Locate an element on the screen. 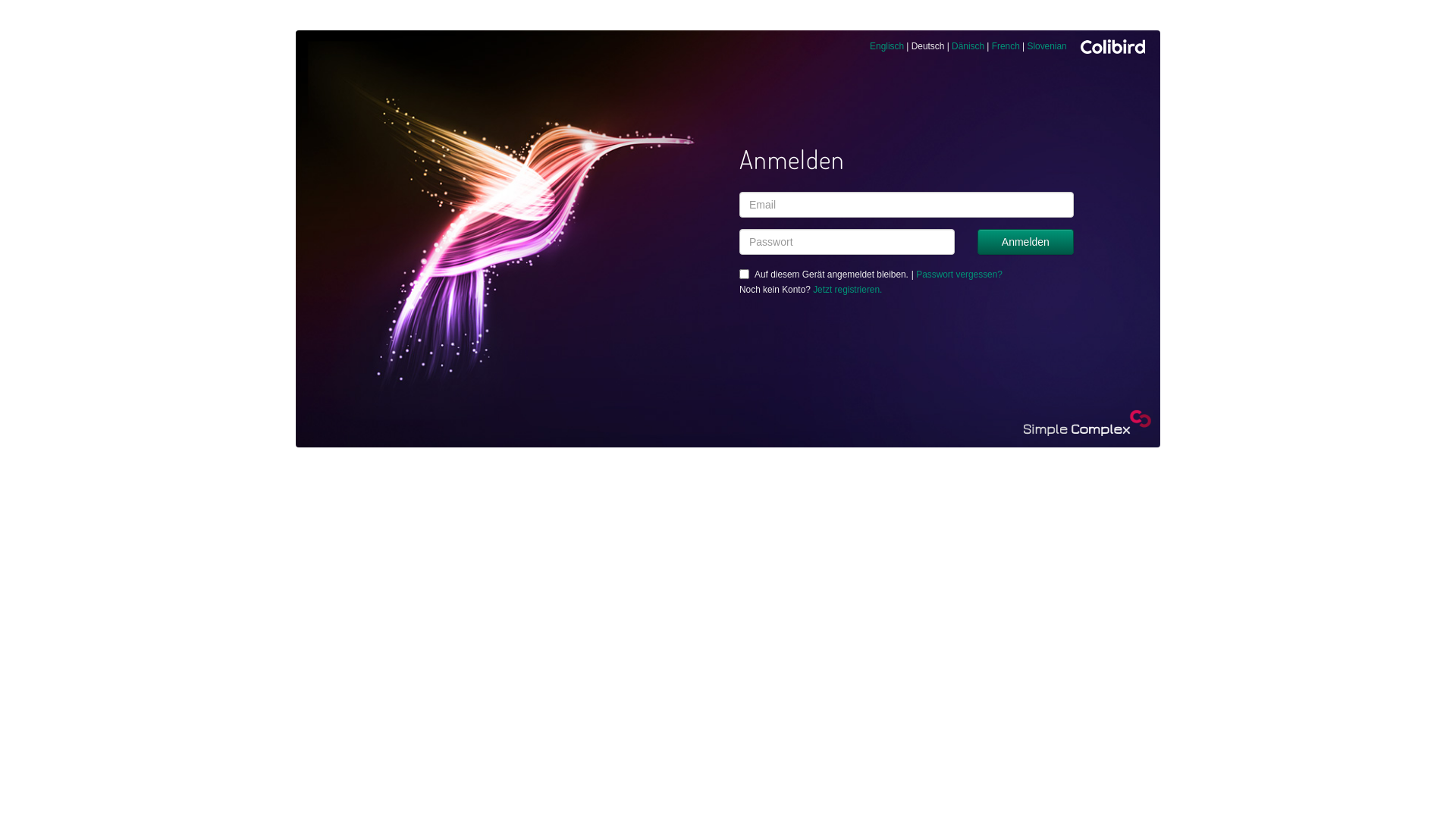 This screenshot has height=819, width=1456. 'Slovenian' is located at coordinates (1026, 45).